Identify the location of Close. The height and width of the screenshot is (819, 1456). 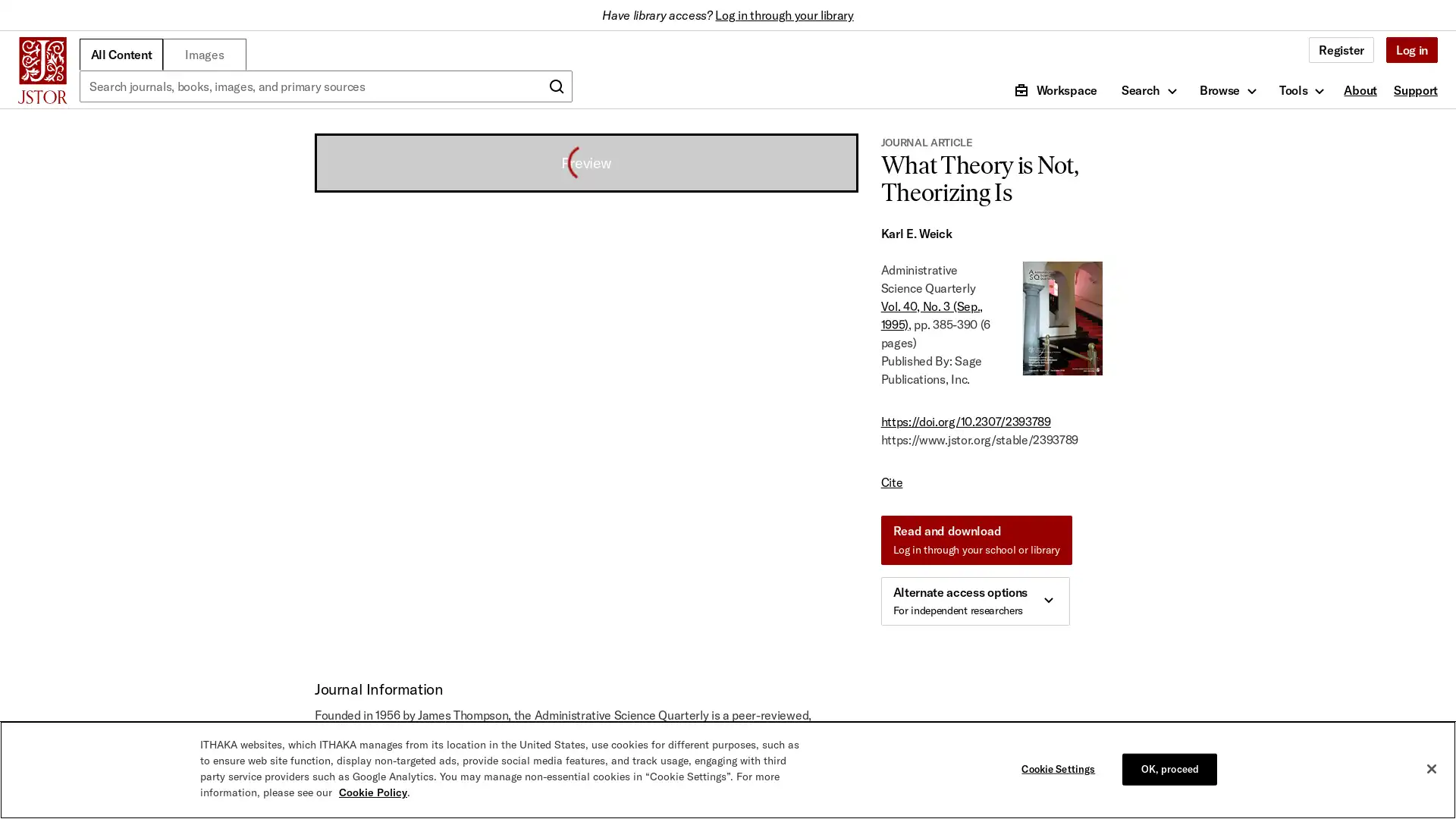
(1430, 769).